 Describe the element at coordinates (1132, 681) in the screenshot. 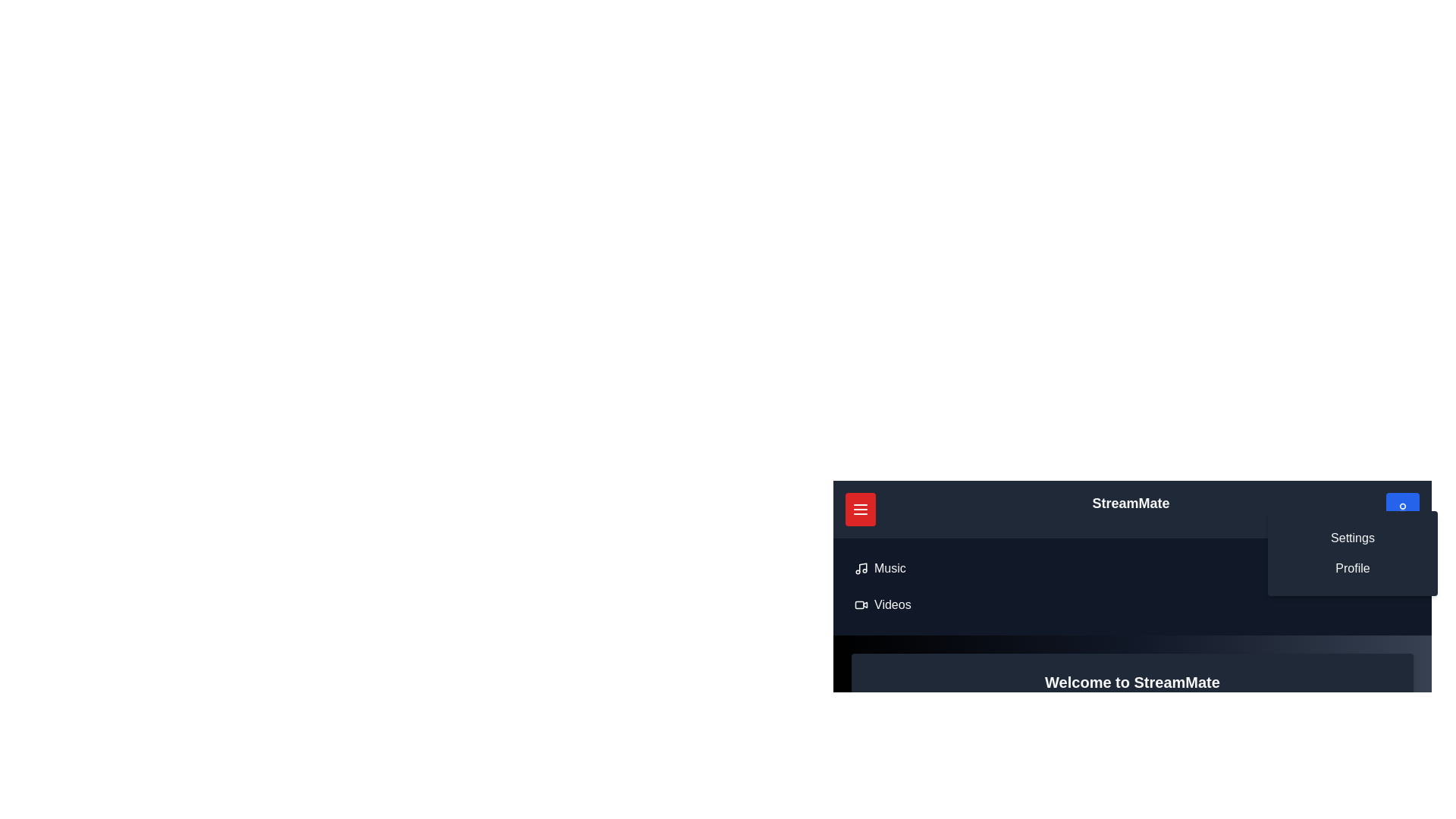

I see `the text element containing 'Welcome to StreamMate'` at that location.